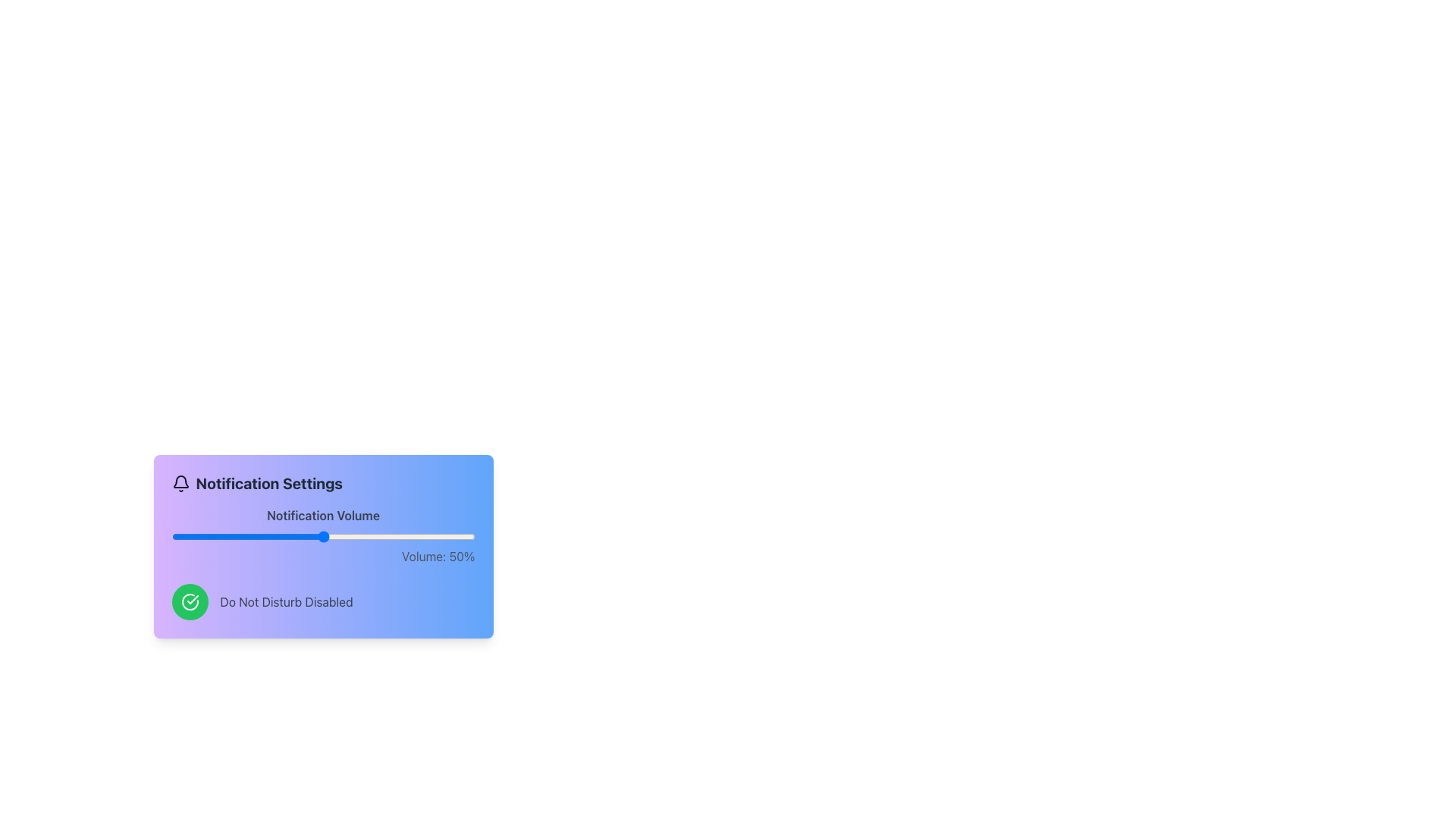 The width and height of the screenshot is (1456, 819). I want to click on notification volume, so click(331, 536).